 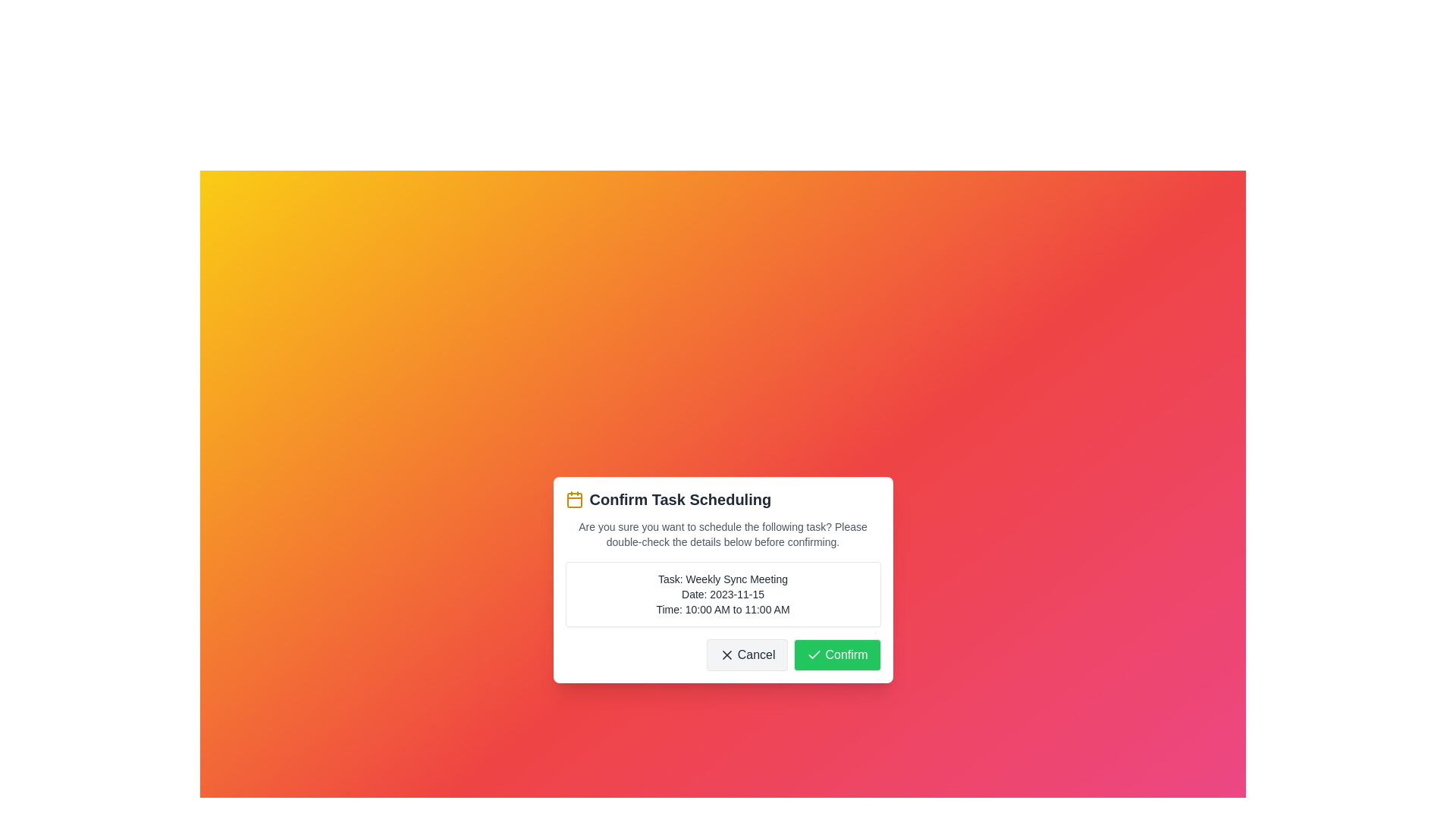 What do you see at coordinates (722, 654) in the screenshot?
I see `the 'Cancel' button located at the bottom-right of the 'Confirm Task Scheduling' dialog box to abort the task scheduling process` at bounding box center [722, 654].